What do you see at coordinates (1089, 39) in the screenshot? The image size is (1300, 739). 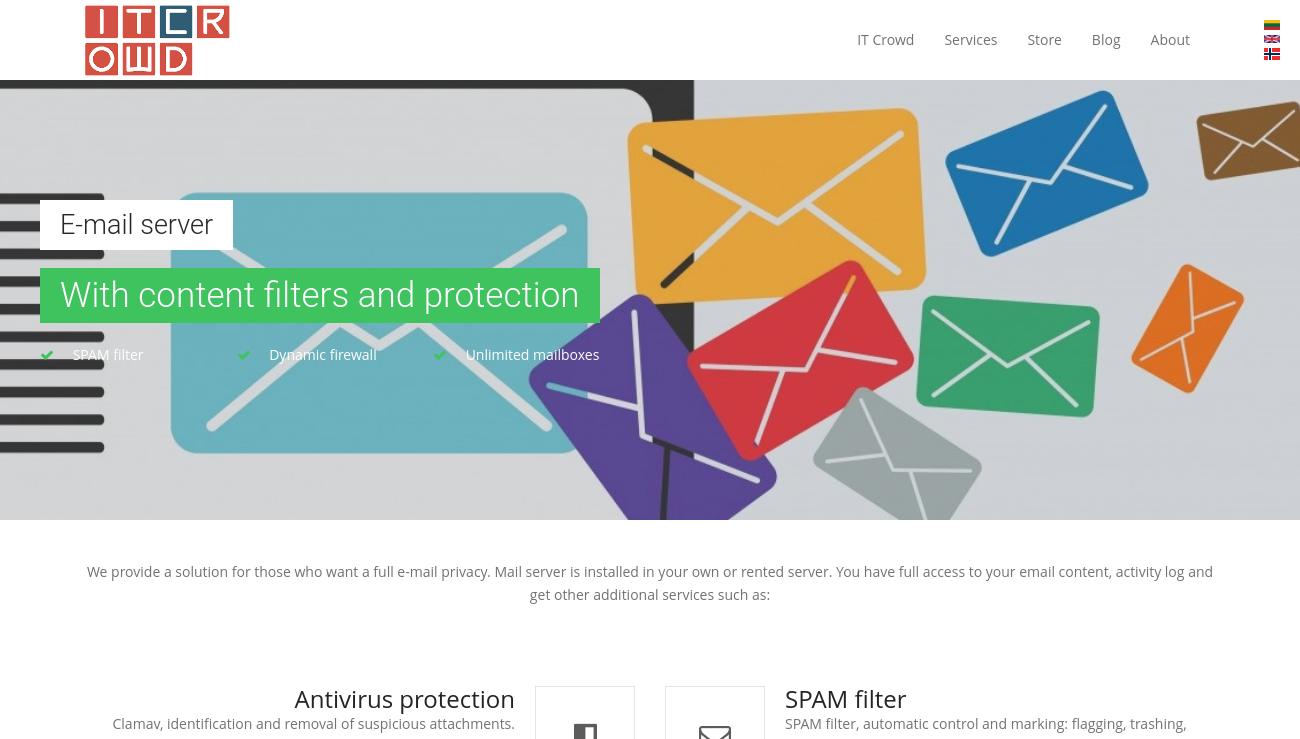 I see `'Blog'` at bounding box center [1089, 39].